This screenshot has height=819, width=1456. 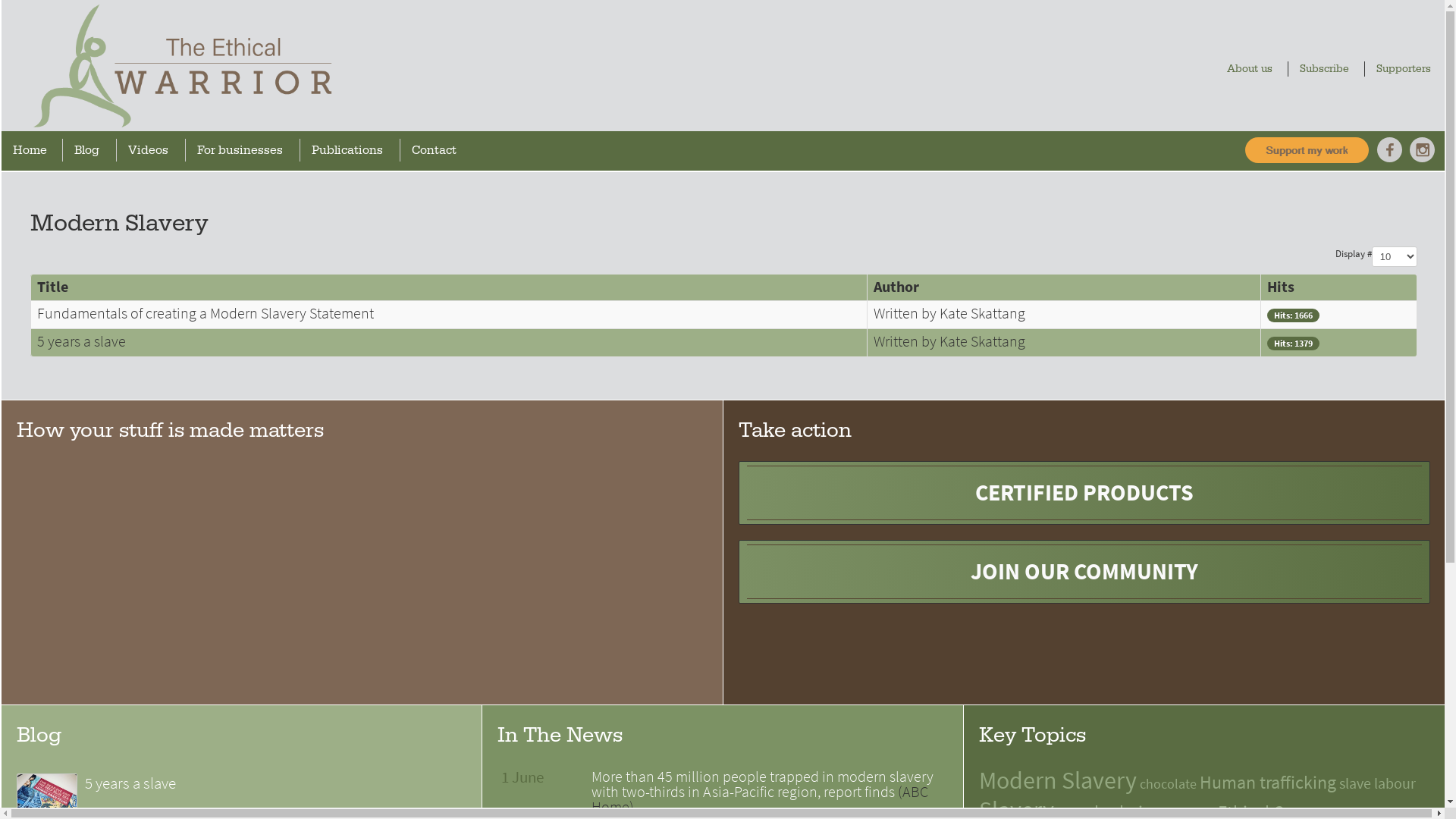 I want to click on 'About us', so click(x=1253, y=69).